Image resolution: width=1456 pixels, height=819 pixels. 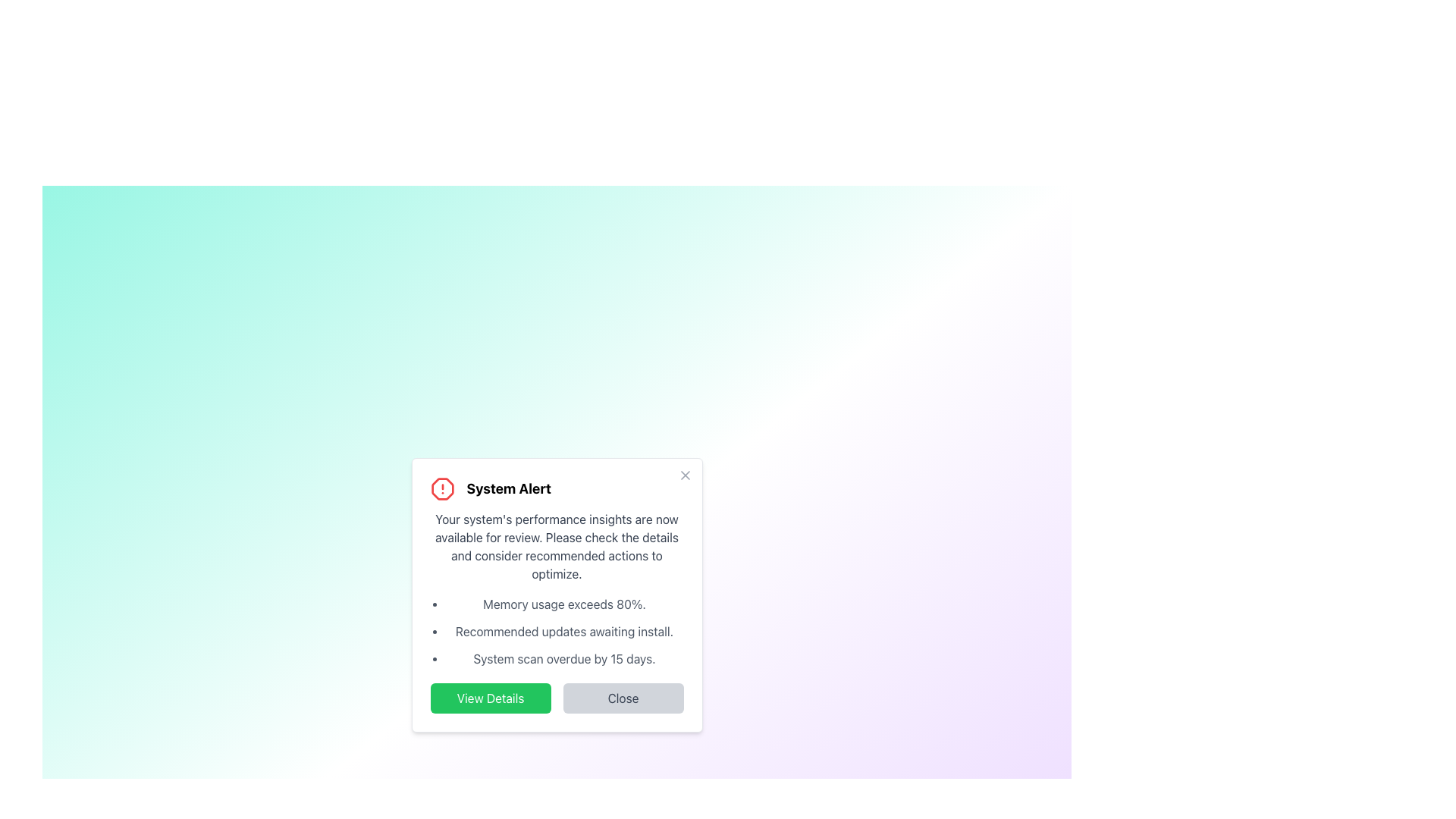 I want to click on the bulleted list component within the system alert box that includes items about memory usage, updates, and system scan overdue, so click(x=563, y=632).